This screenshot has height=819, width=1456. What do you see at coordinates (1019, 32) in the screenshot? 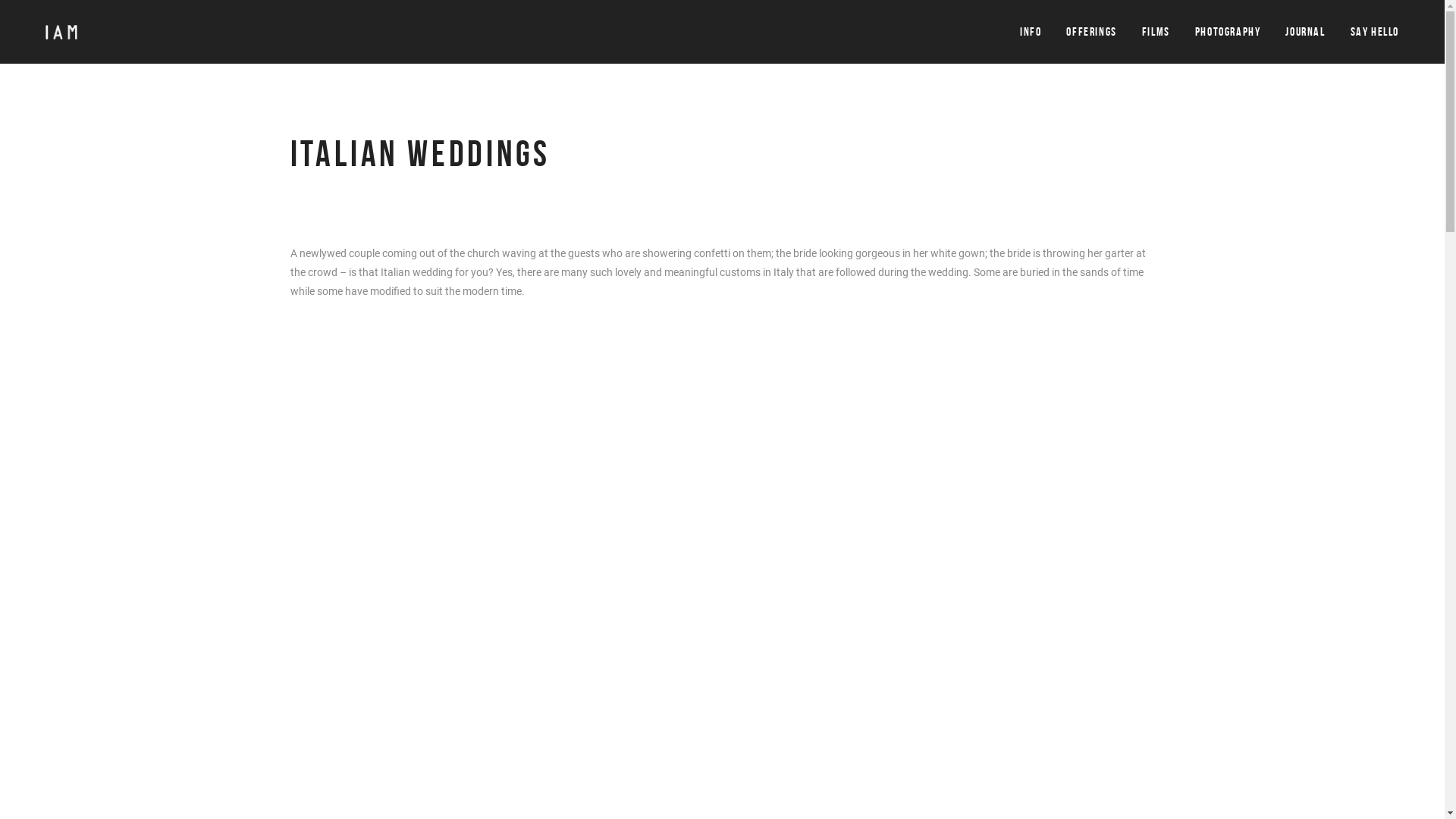
I see `'INFO'` at bounding box center [1019, 32].